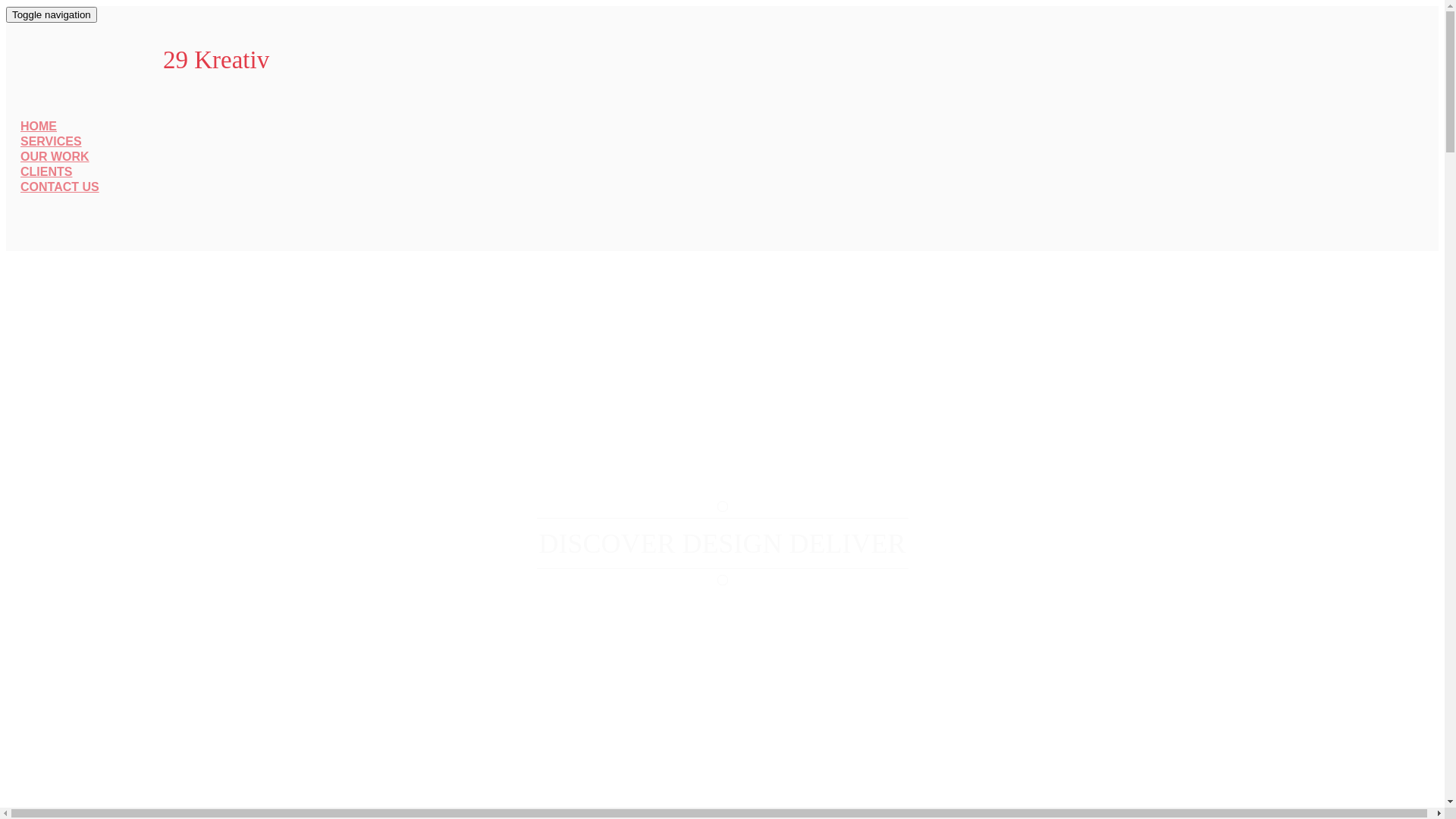  Describe the element at coordinates (51, 141) in the screenshot. I see `'SERVICES'` at that location.